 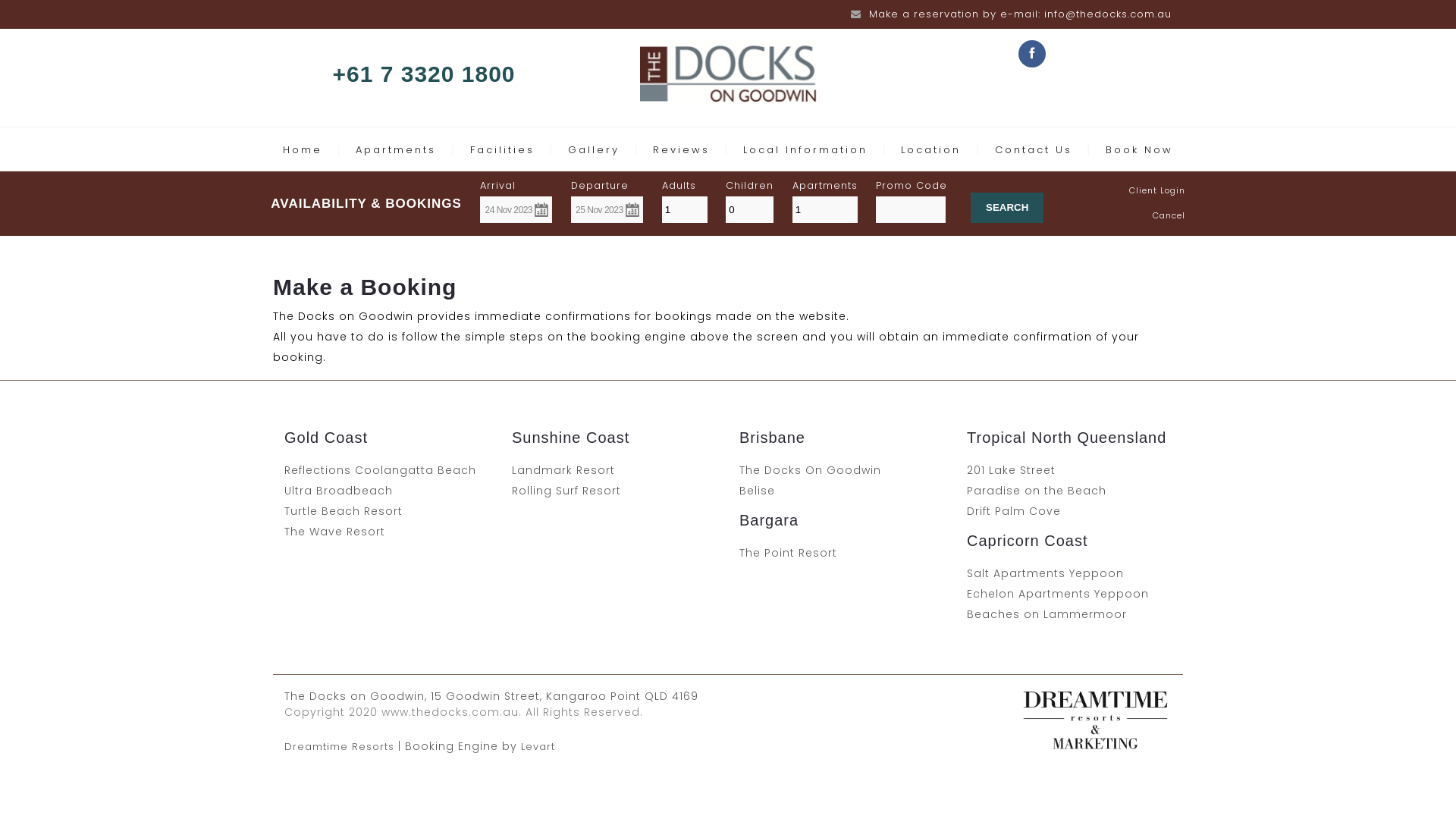 I want to click on 'Reflections Coolangatta Beach', so click(x=380, y=469).